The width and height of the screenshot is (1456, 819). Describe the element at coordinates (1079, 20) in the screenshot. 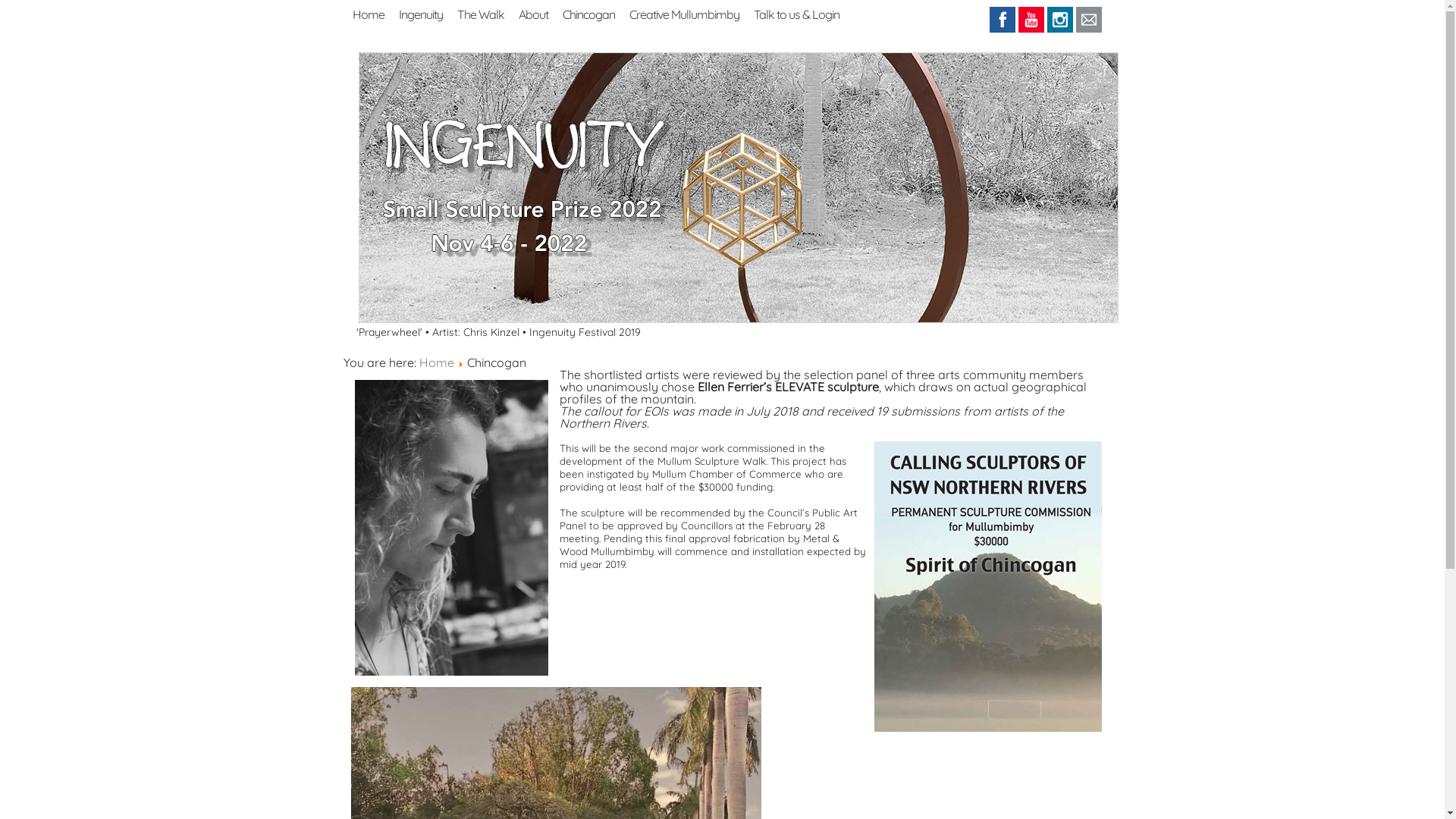

I see `'Email'` at that location.